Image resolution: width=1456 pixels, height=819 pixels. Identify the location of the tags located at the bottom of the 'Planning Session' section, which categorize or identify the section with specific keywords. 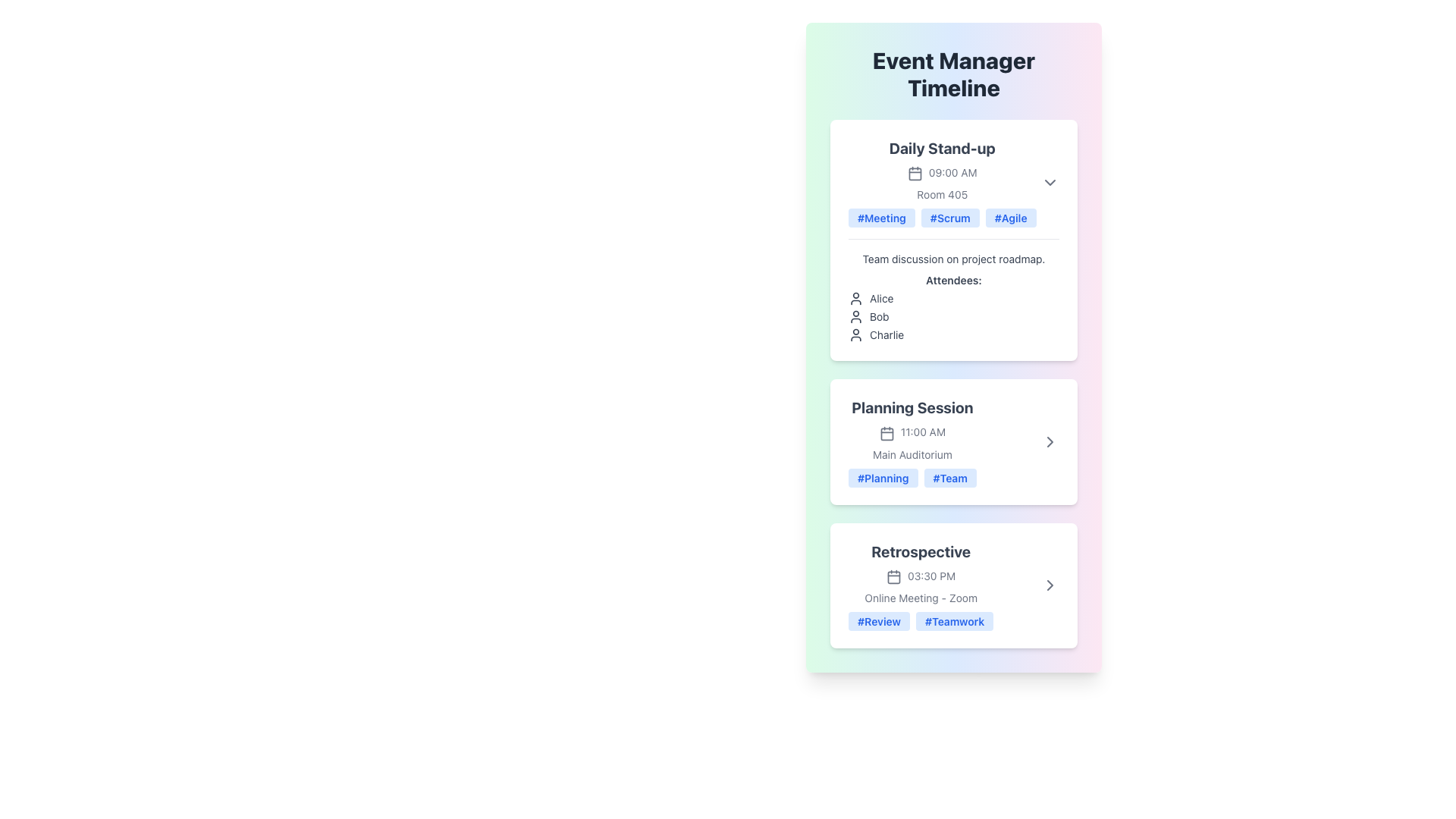
(912, 476).